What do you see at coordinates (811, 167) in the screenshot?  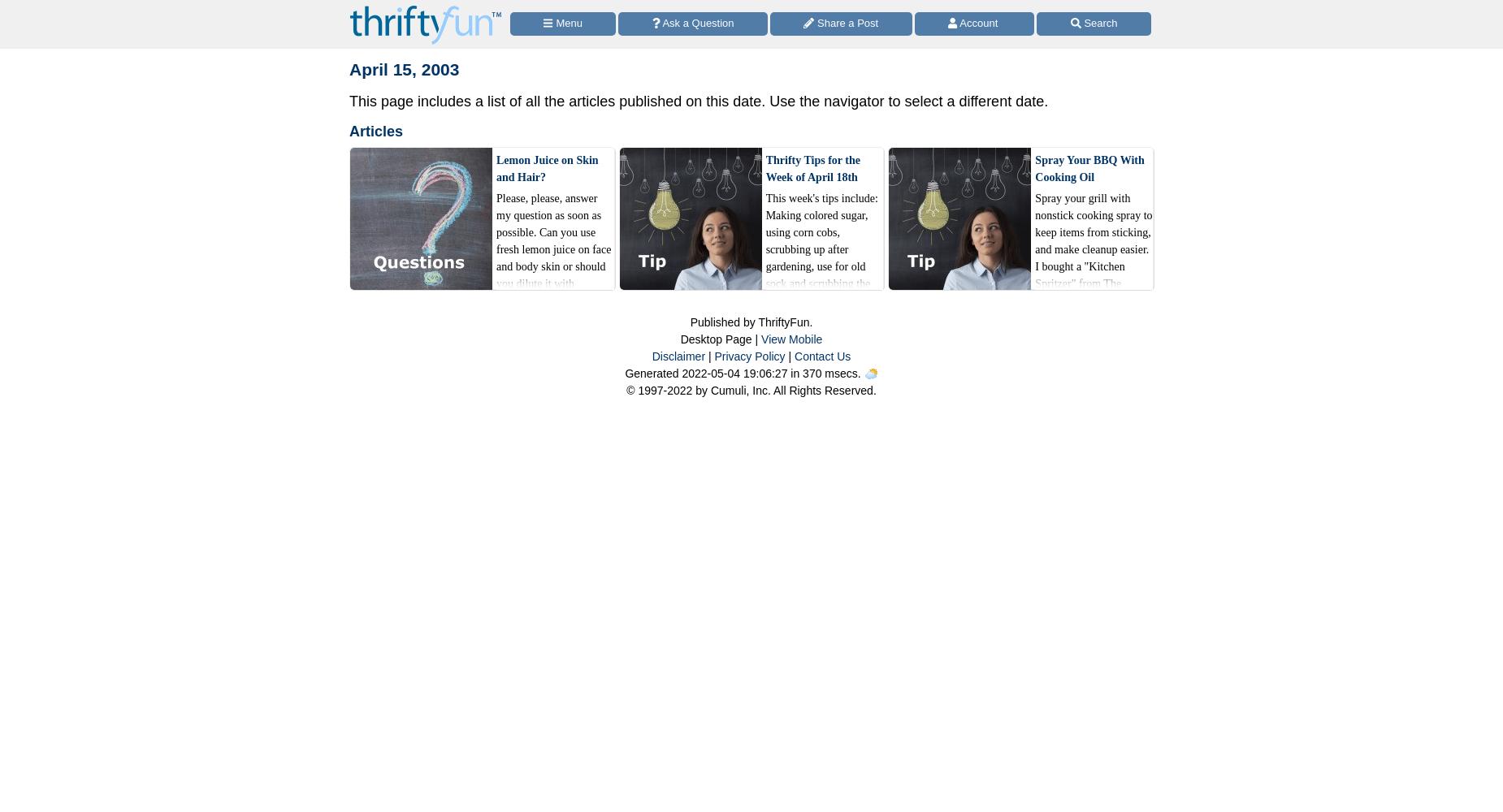 I see `'Thrifty Tips for the Week of April 18th'` at bounding box center [811, 167].